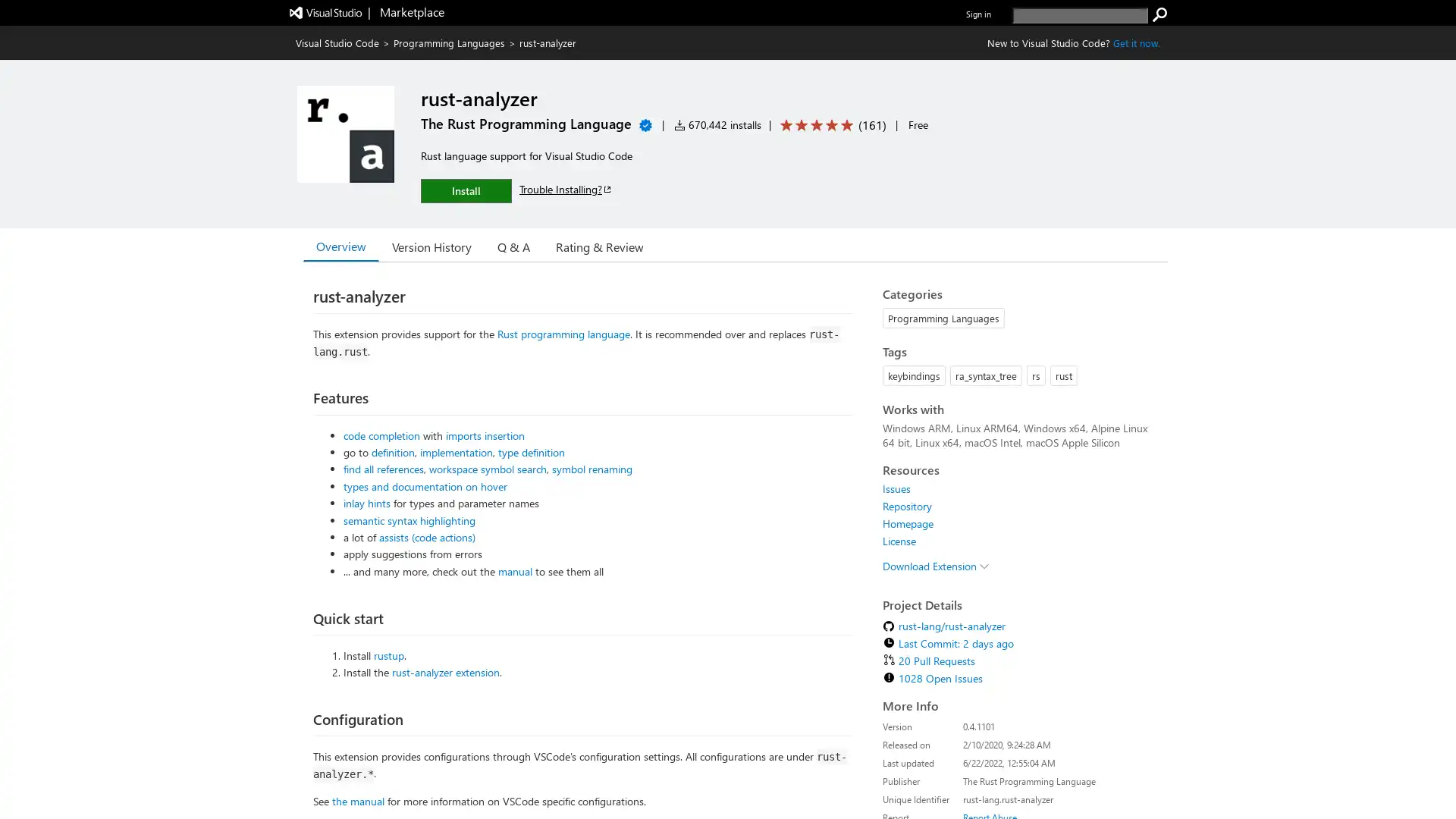 The width and height of the screenshot is (1456, 819). Describe the element at coordinates (431, 245) in the screenshot. I see `Version History` at that location.